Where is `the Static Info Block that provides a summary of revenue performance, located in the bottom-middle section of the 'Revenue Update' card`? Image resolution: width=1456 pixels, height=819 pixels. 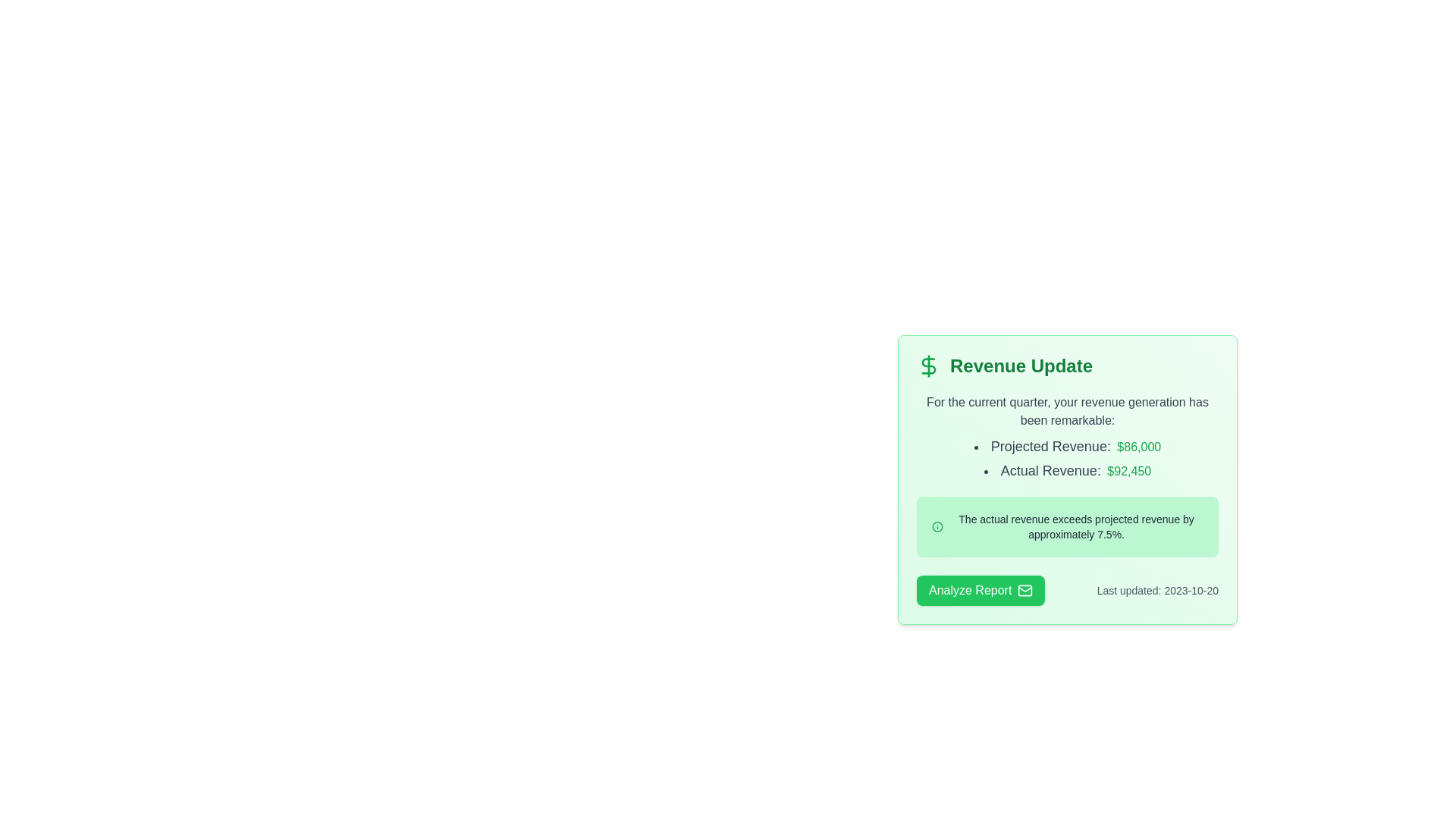
the Static Info Block that provides a summary of revenue performance, located in the bottom-middle section of the 'Revenue Update' card is located at coordinates (1066, 526).